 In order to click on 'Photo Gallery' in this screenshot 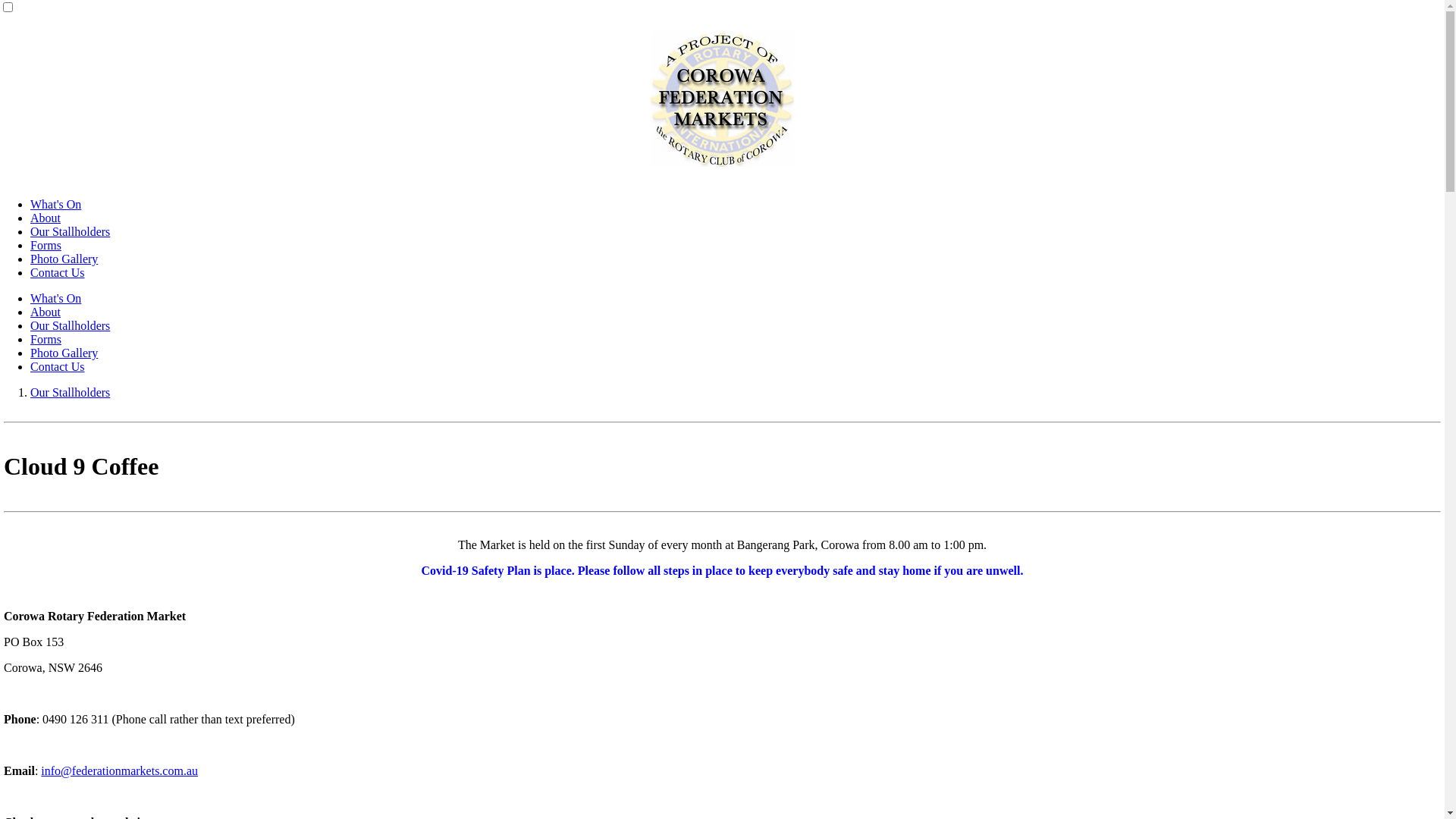, I will do `click(63, 258)`.